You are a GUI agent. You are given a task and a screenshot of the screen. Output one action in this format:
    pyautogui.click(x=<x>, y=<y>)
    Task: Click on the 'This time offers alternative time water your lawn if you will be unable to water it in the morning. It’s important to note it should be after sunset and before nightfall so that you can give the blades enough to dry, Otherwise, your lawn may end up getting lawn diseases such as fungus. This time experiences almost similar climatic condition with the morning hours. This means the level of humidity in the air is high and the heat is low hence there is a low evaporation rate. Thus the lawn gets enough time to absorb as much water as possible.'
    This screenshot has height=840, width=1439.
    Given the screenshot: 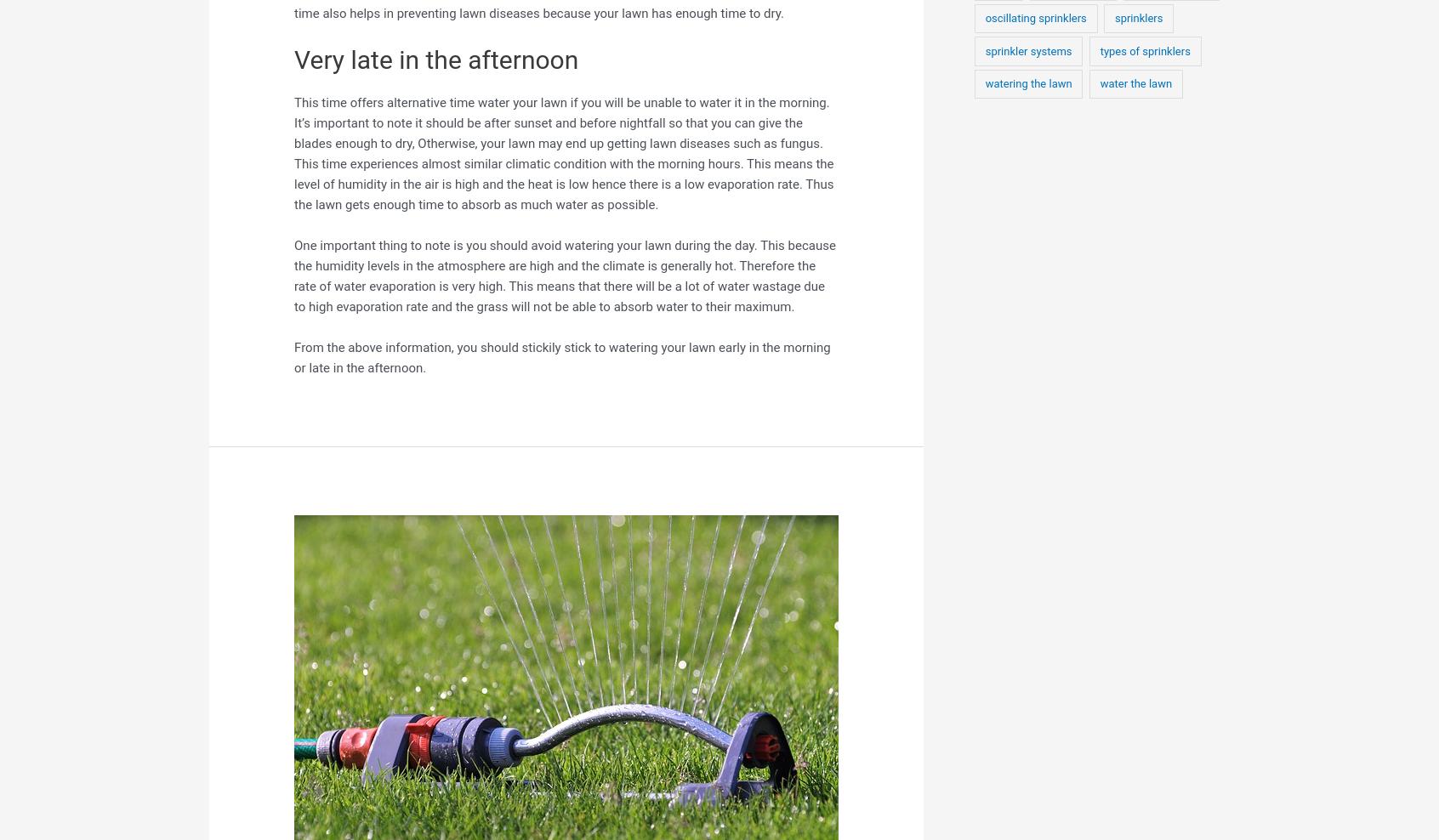 What is the action you would take?
    pyautogui.click(x=563, y=153)
    